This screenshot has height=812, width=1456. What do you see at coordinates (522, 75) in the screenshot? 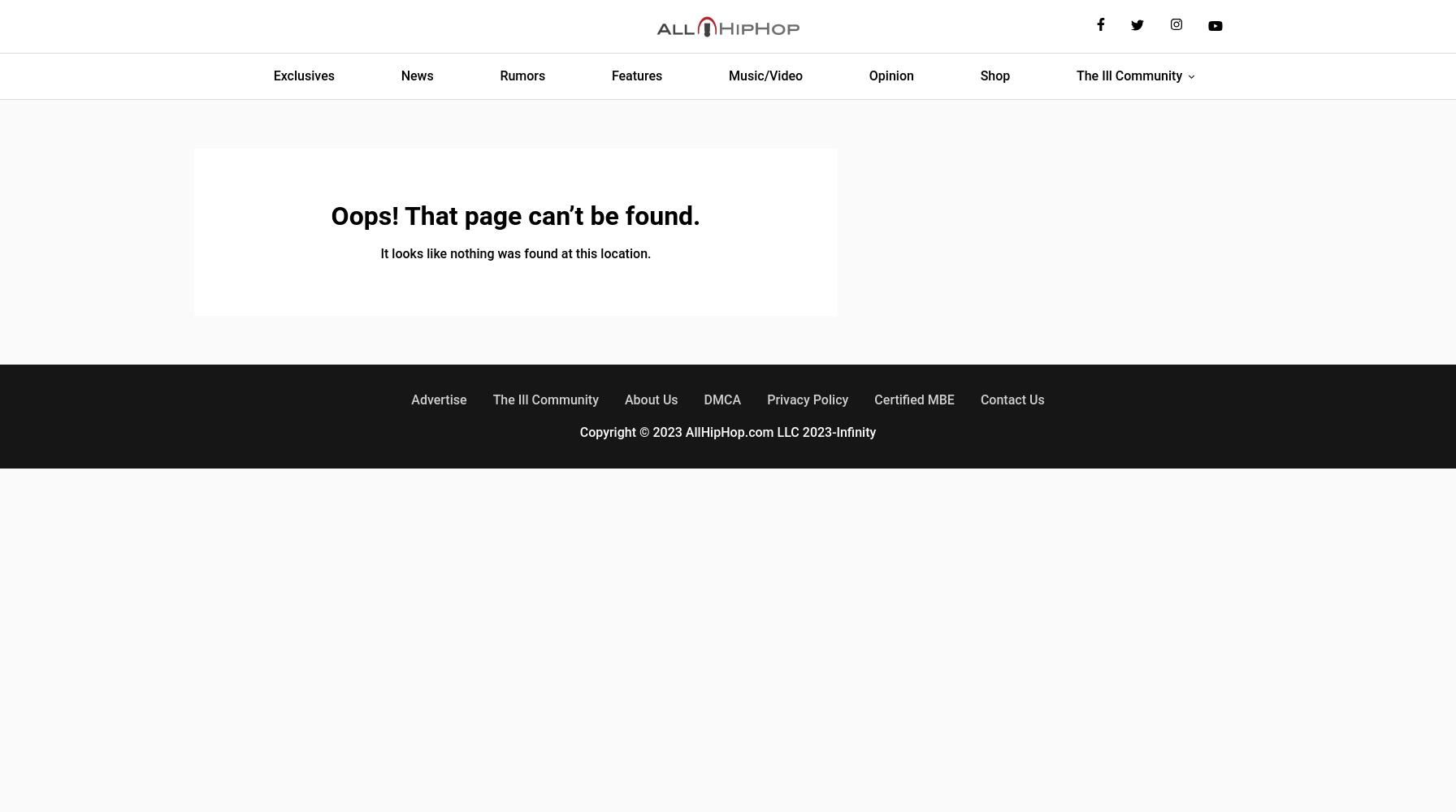
I see `'Rumors'` at bounding box center [522, 75].